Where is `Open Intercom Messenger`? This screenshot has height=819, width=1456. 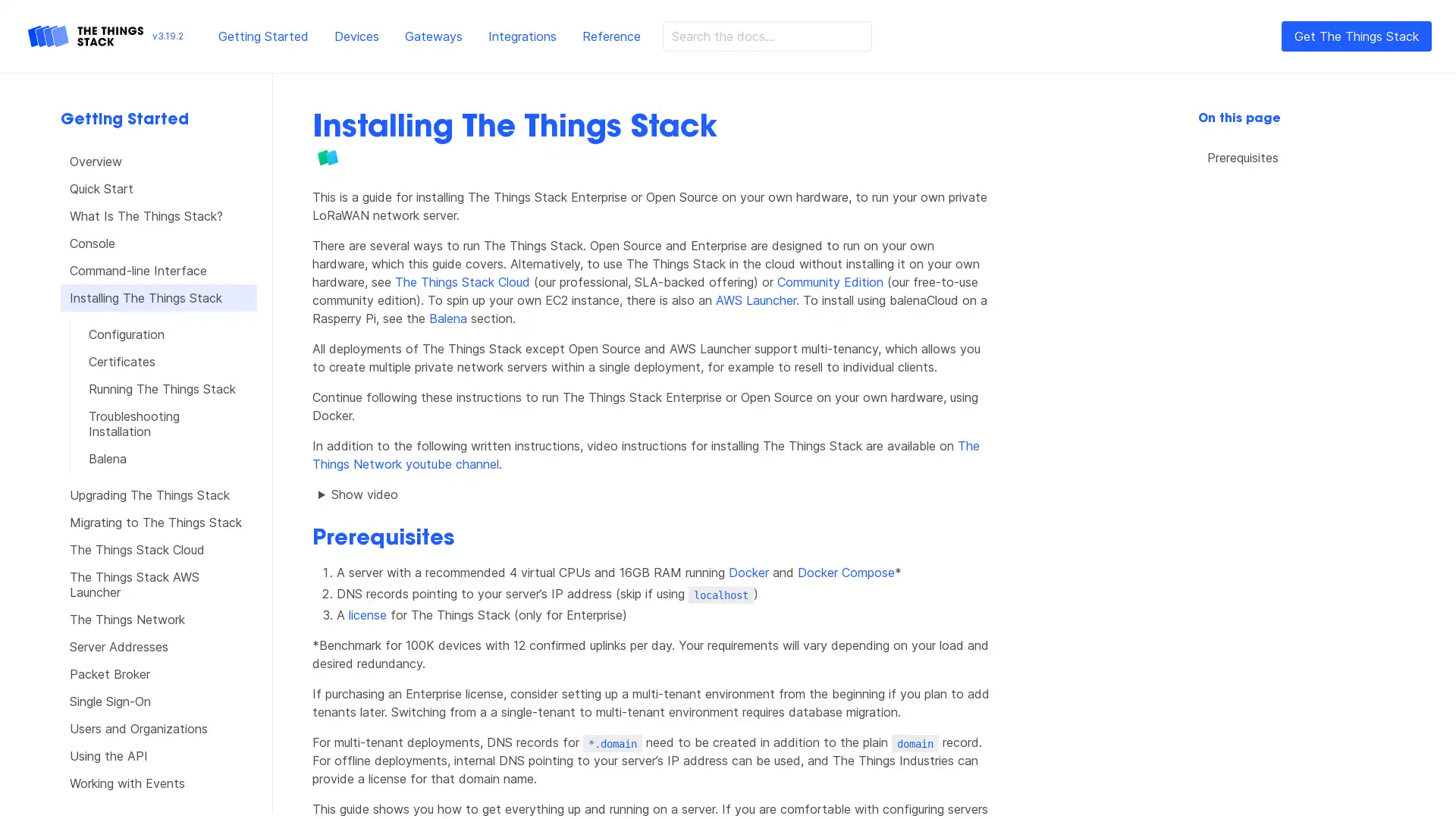
Open Intercom Messenger is located at coordinates (1417, 780).